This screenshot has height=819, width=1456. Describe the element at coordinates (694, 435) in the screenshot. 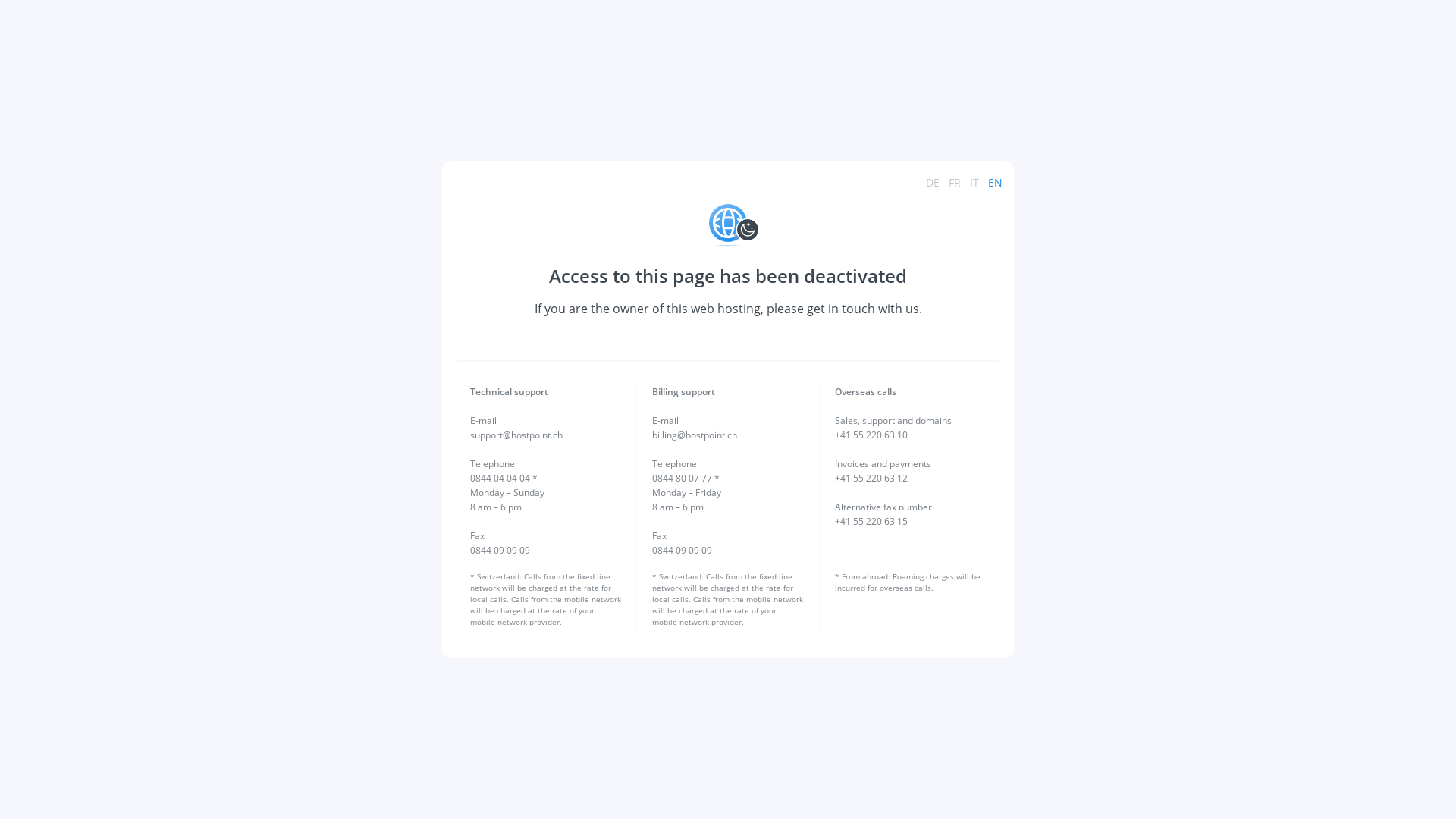

I see `'billing@hostpoint.ch'` at that location.